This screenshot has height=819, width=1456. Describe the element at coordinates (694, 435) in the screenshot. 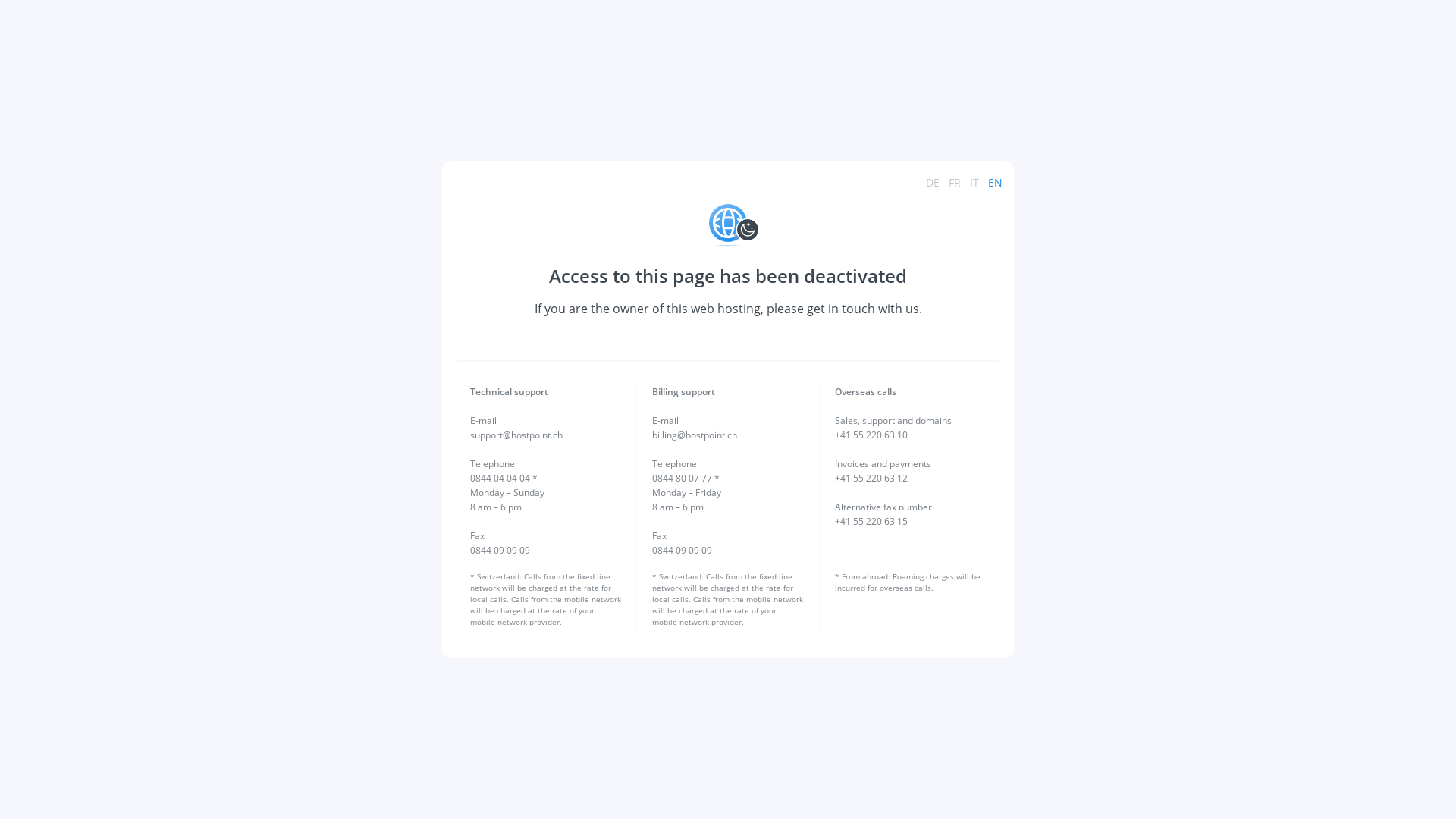

I see `'billing@hostpoint.ch'` at that location.